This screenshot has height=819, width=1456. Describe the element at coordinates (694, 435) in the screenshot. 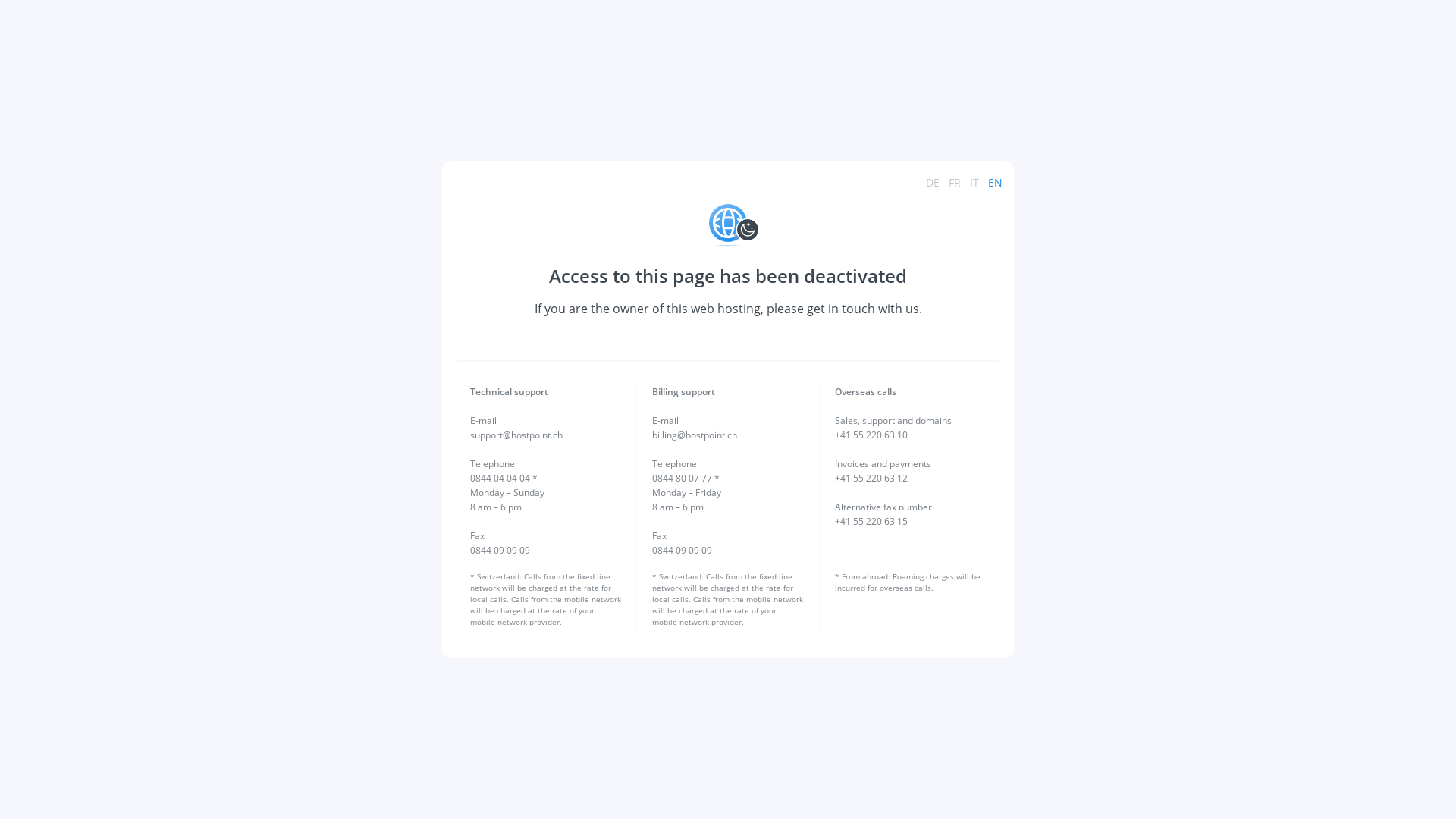

I see `'billing@hostpoint.ch'` at that location.